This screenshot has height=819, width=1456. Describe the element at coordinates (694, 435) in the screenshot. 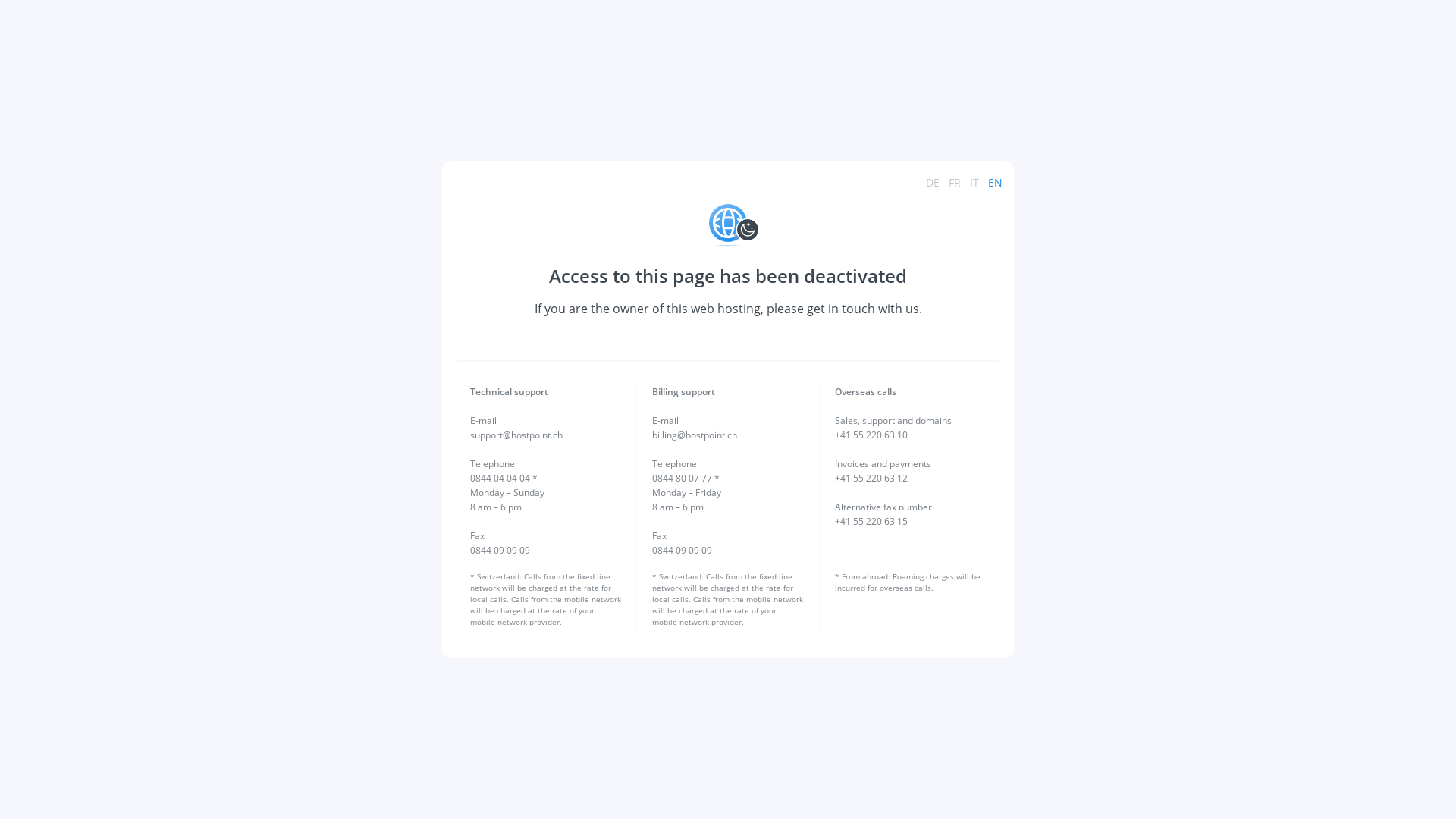

I see `'billing@hostpoint.ch'` at that location.